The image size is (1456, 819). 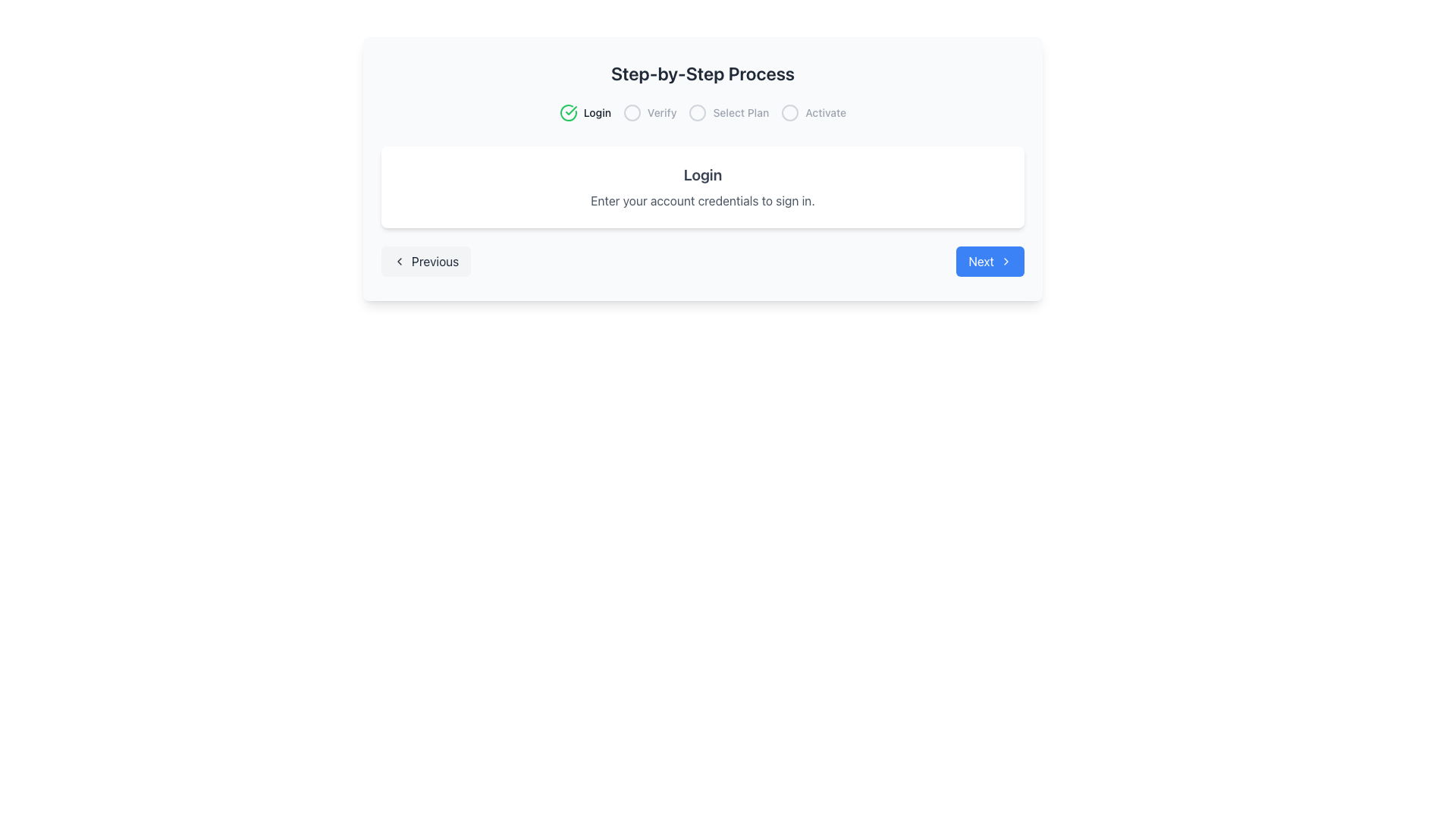 I want to click on the fourth step of the progress indicator labeled 'Activate', so click(x=813, y=112).